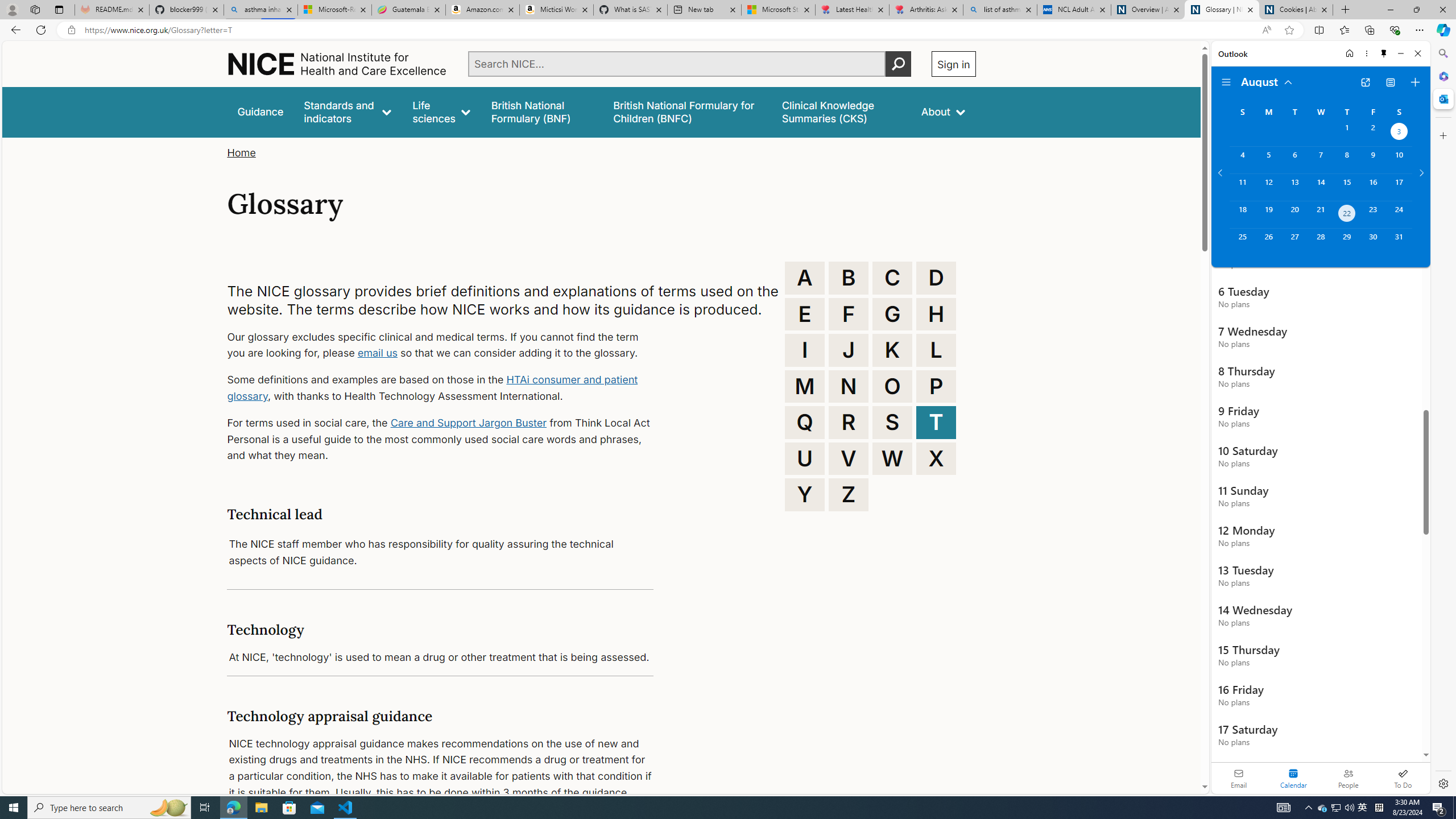 This screenshot has height=819, width=1456. What do you see at coordinates (1399, 187) in the screenshot?
I see `'Saturday, August 17, 2024. '` at bounding box center [1399, 187].